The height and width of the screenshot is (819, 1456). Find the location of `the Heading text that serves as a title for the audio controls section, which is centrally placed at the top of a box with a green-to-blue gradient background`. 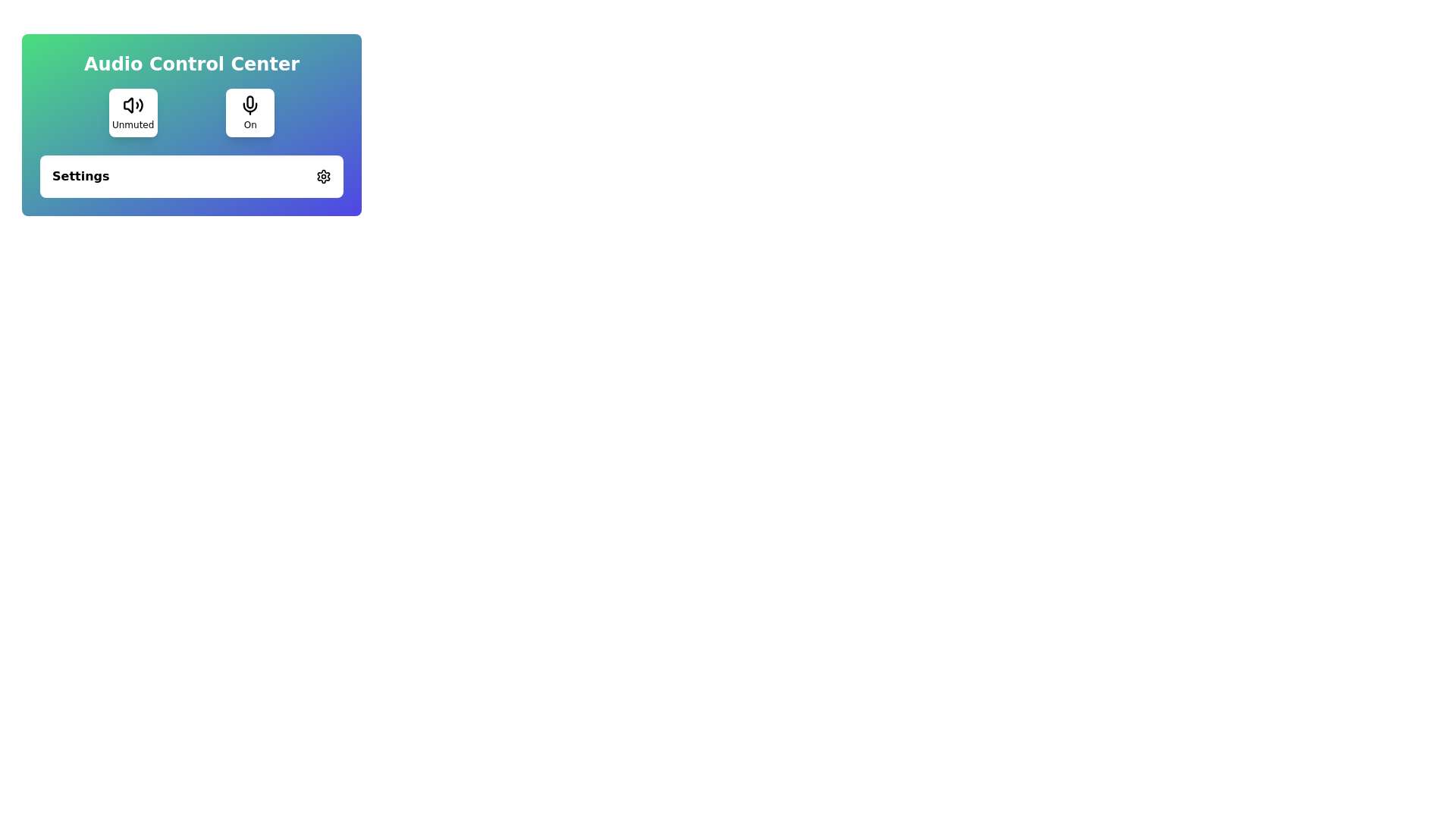

the Heading text that serves as a title for the audio controls section, which is centrally placed at the top of a box with a green-to-blue gradient background is located at coordinates (191, 63).